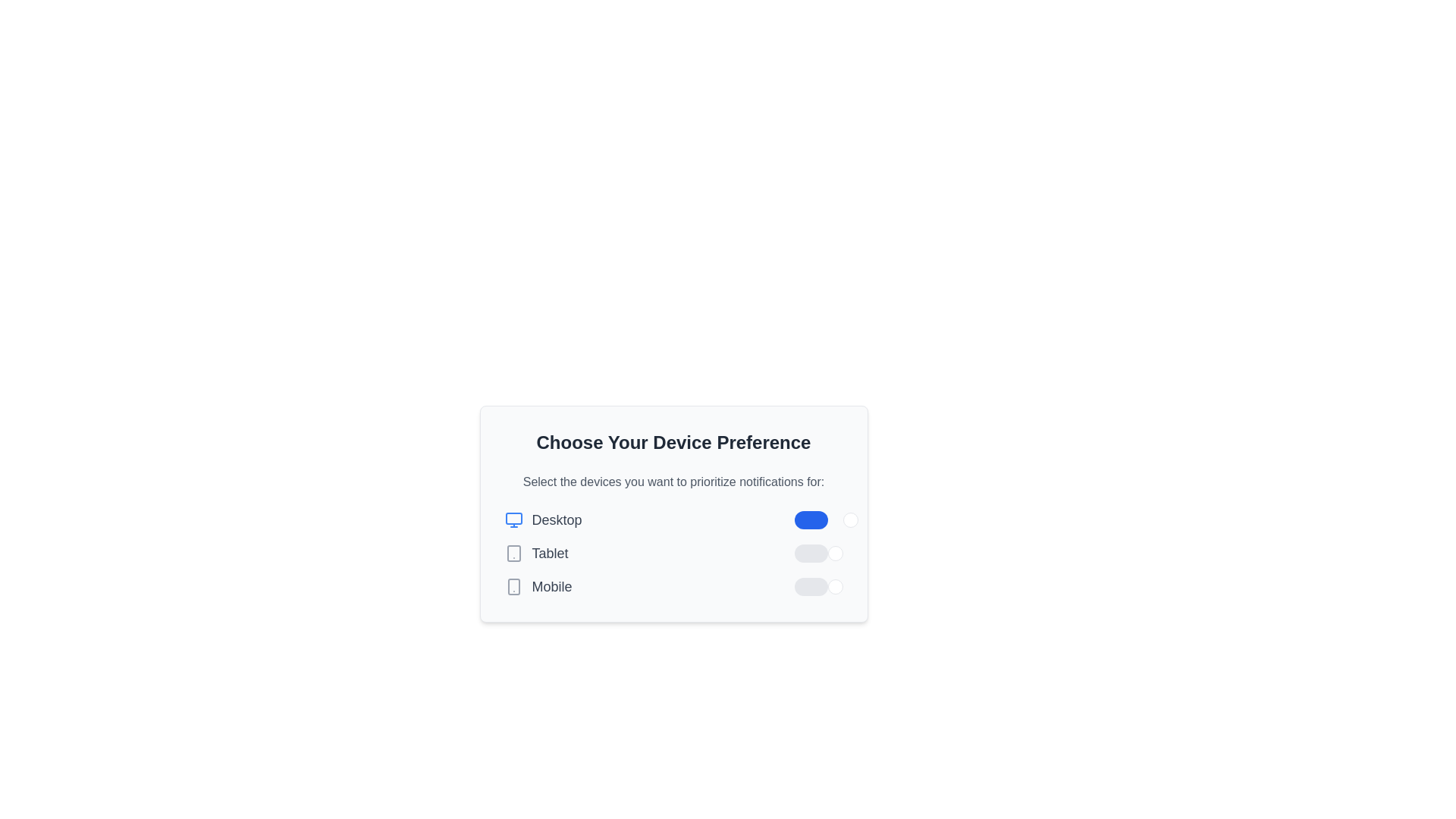 Image resolution: width=1456 pixels, height=819 pixels. I want to click on the toggle knob, so click(850, 519).